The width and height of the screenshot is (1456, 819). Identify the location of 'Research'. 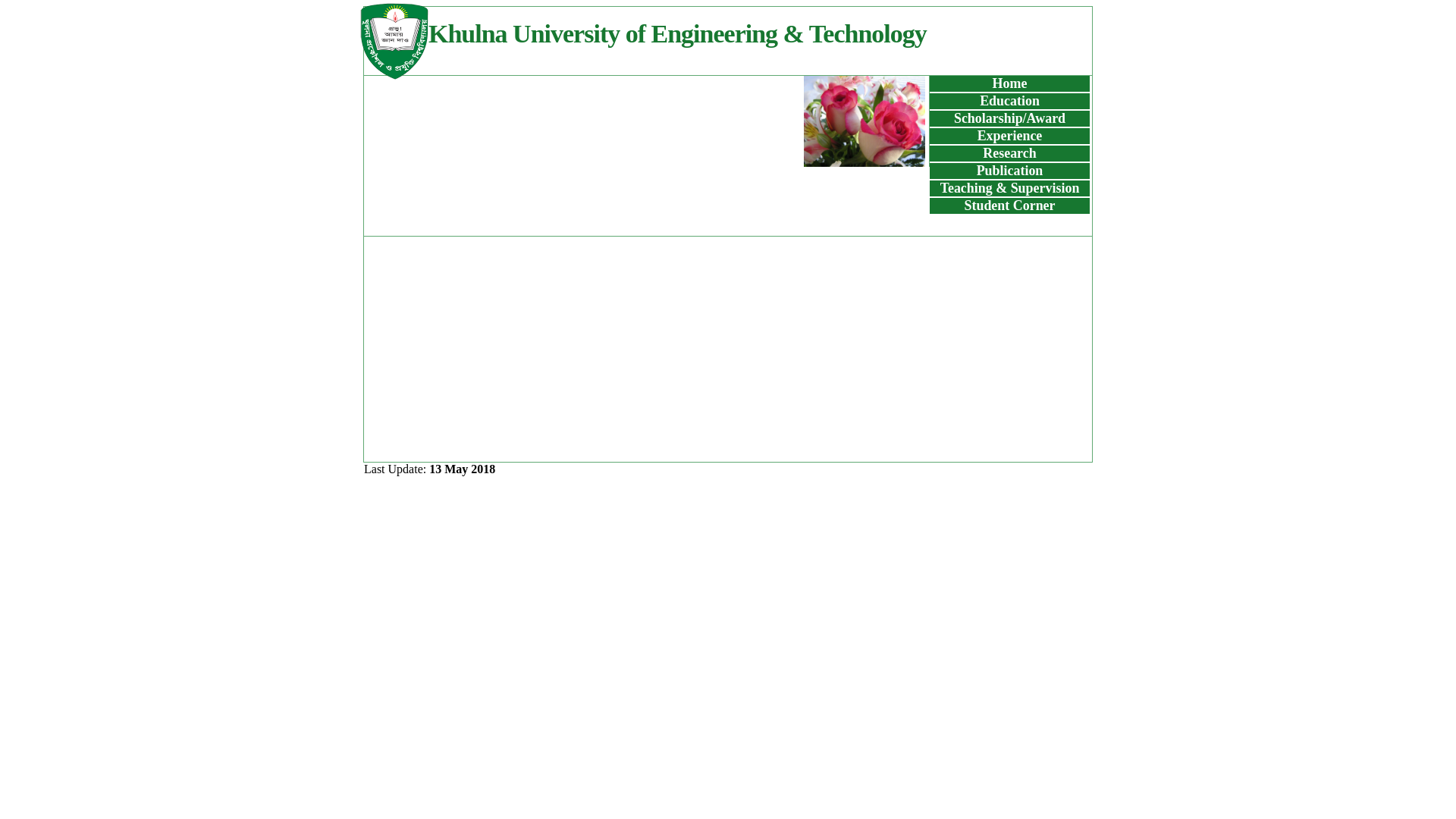
(1009, 152).